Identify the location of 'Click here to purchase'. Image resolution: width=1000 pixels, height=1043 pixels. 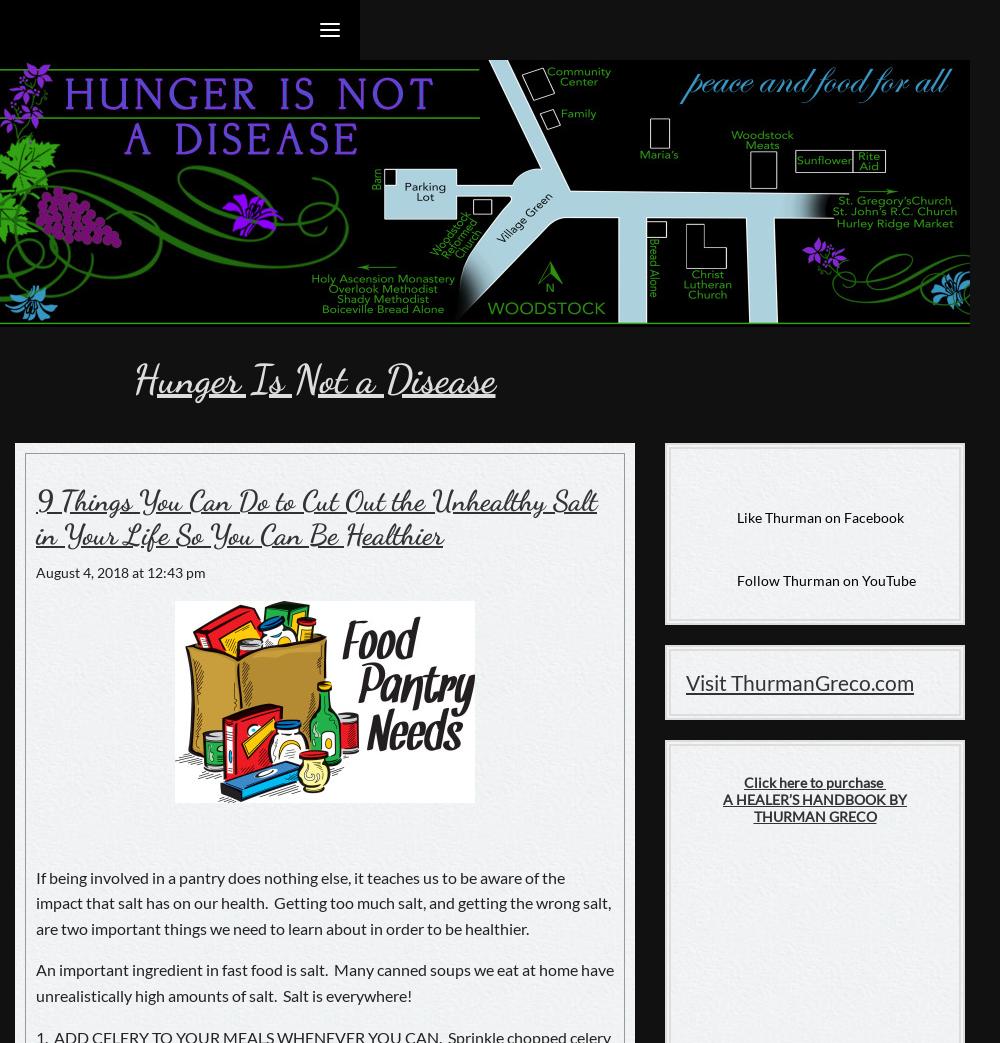
(814, 781).